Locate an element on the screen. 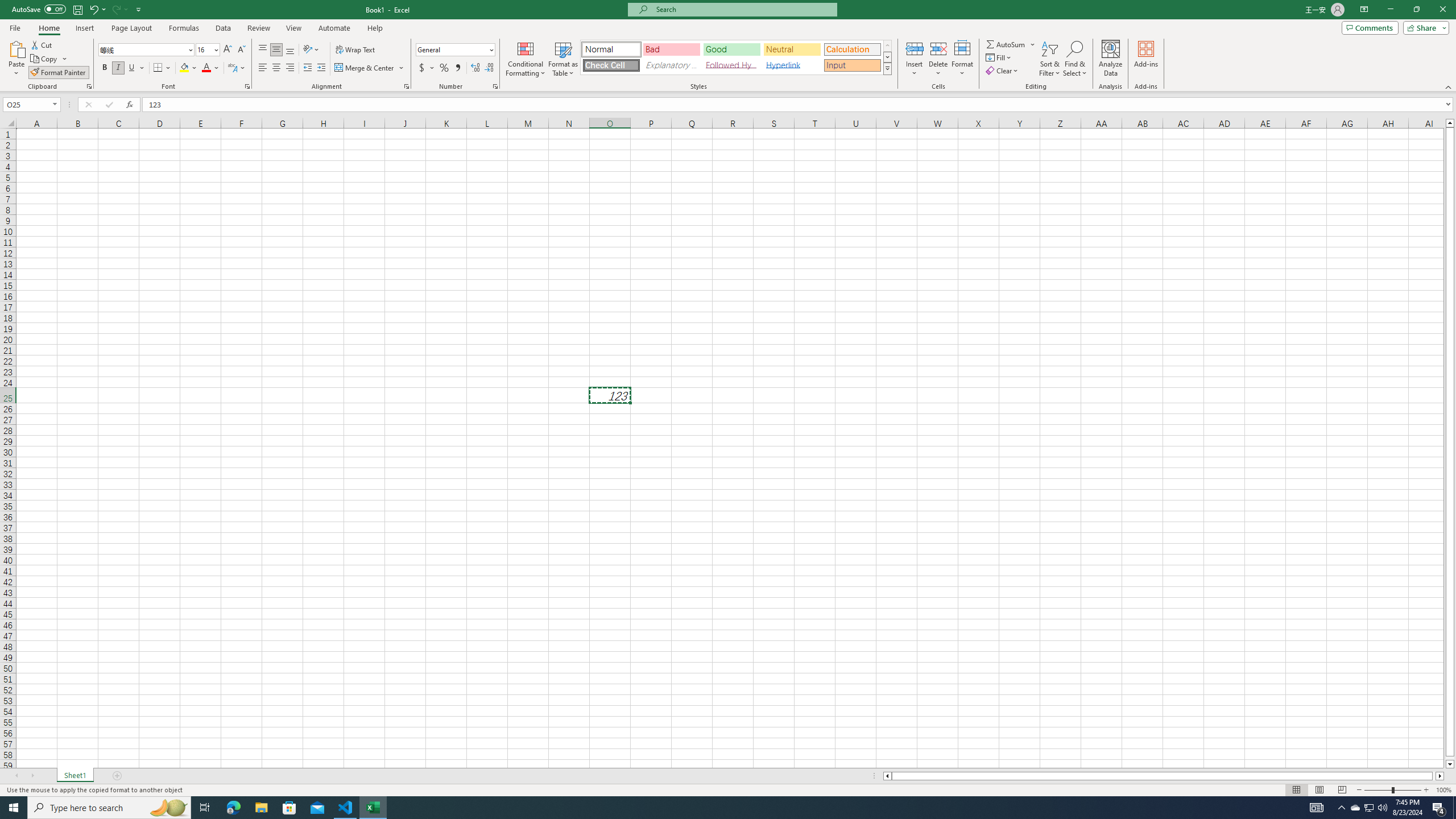 The width and height of the screenshot is (1456, 819). 'Line up' is located at coordinates (1449, 122).